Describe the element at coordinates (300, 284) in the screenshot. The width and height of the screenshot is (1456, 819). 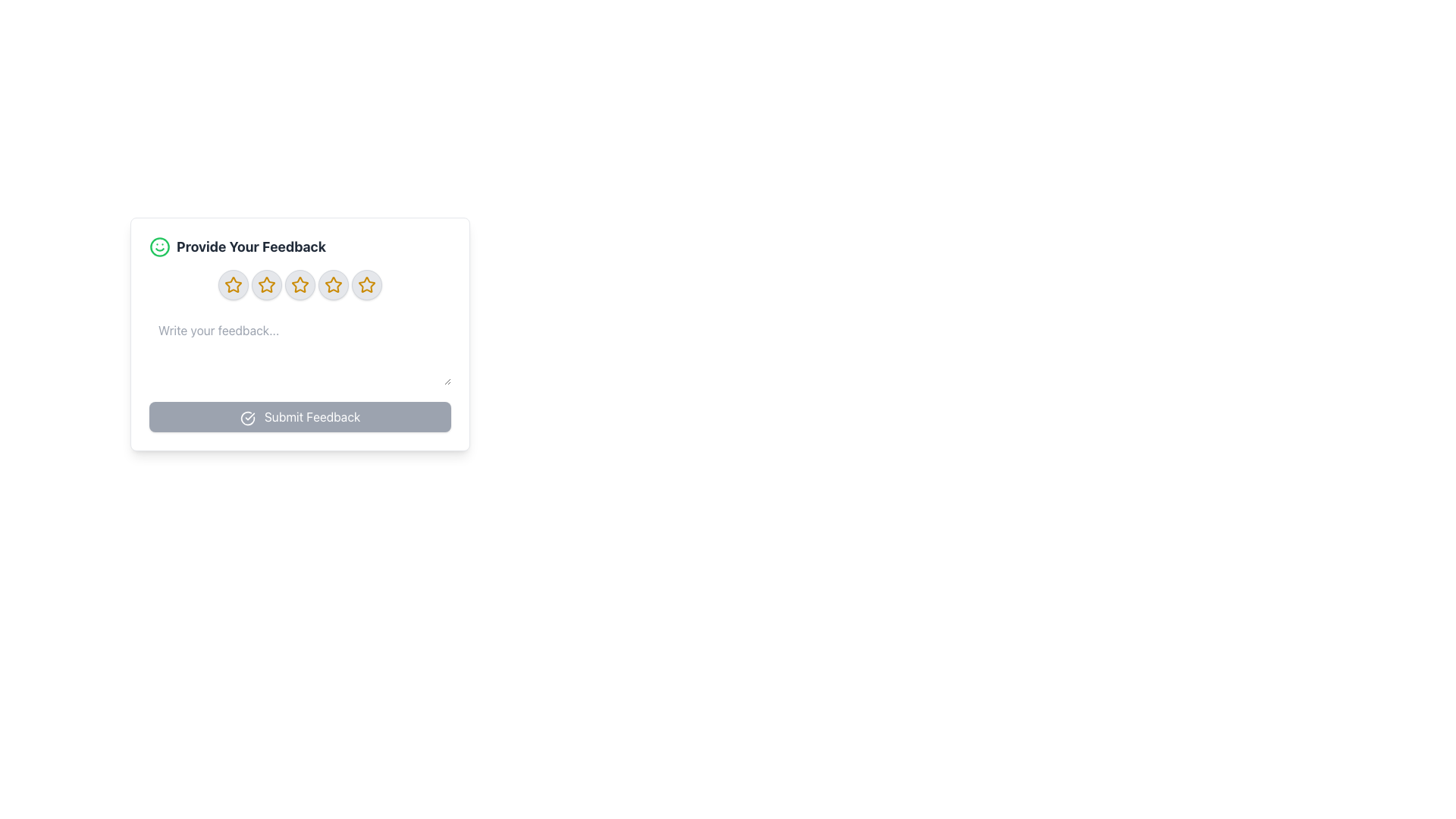
I see `the fourth star icon in the rating system aligned horizontally in the feedback section below 'Provide Your Feedback'` at that location.